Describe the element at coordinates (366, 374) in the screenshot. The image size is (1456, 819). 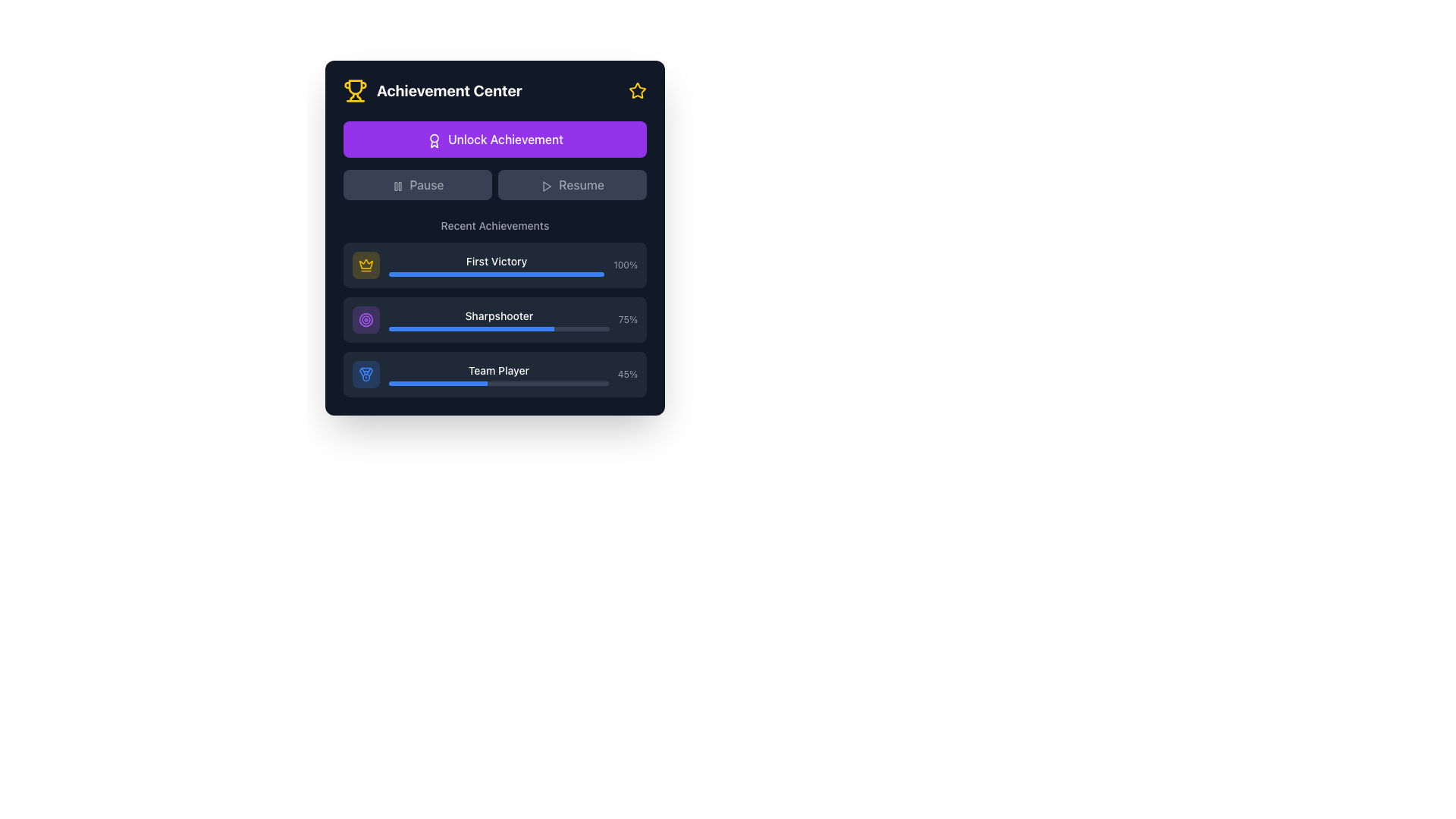
I see `the small medal icon on a blue background with a light blue border, located in the 'Team Player' section of the achievement list` at that location.